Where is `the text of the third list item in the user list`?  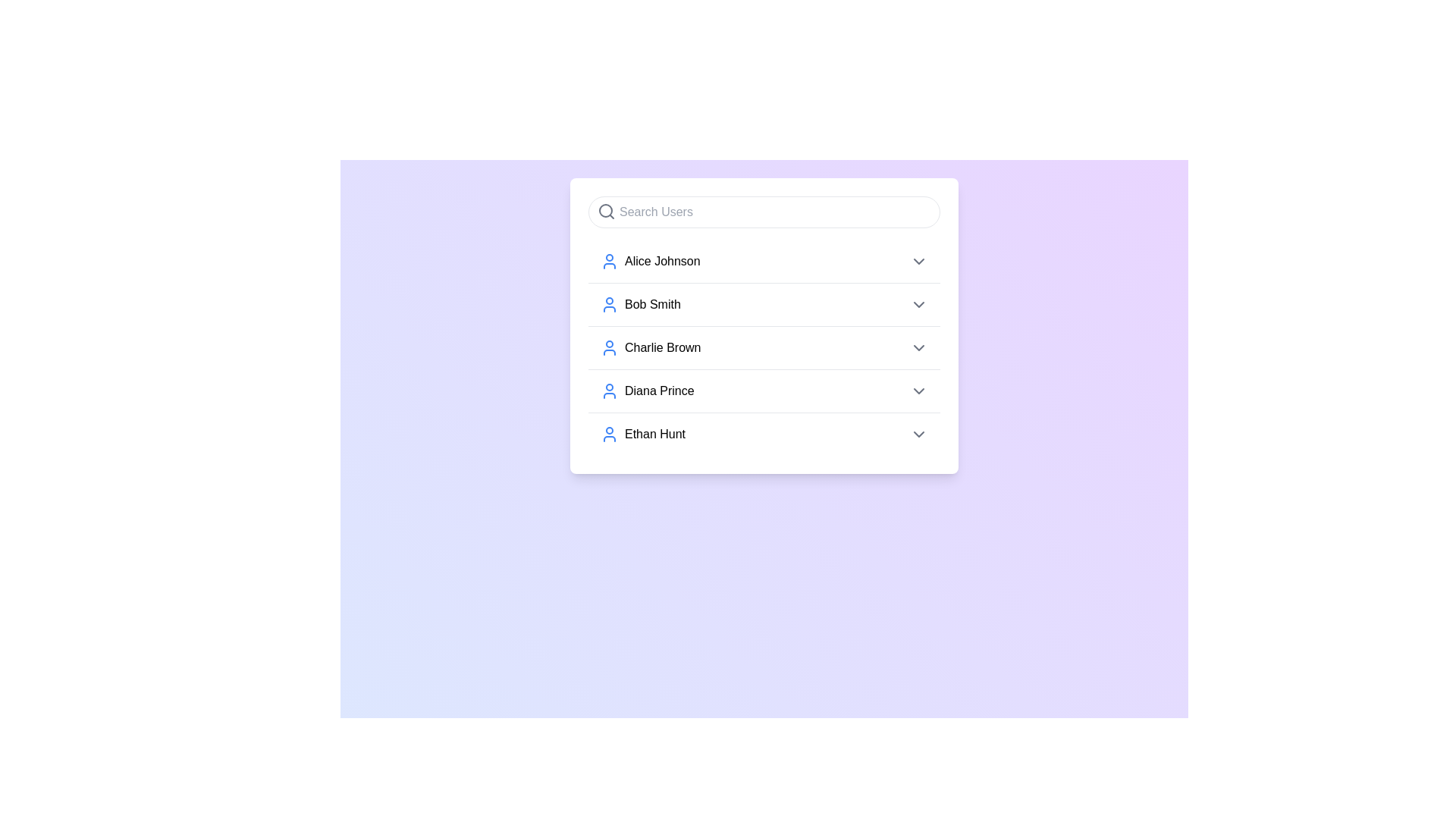
the text of the third list item in the user list is located at coordinates (651, 348).